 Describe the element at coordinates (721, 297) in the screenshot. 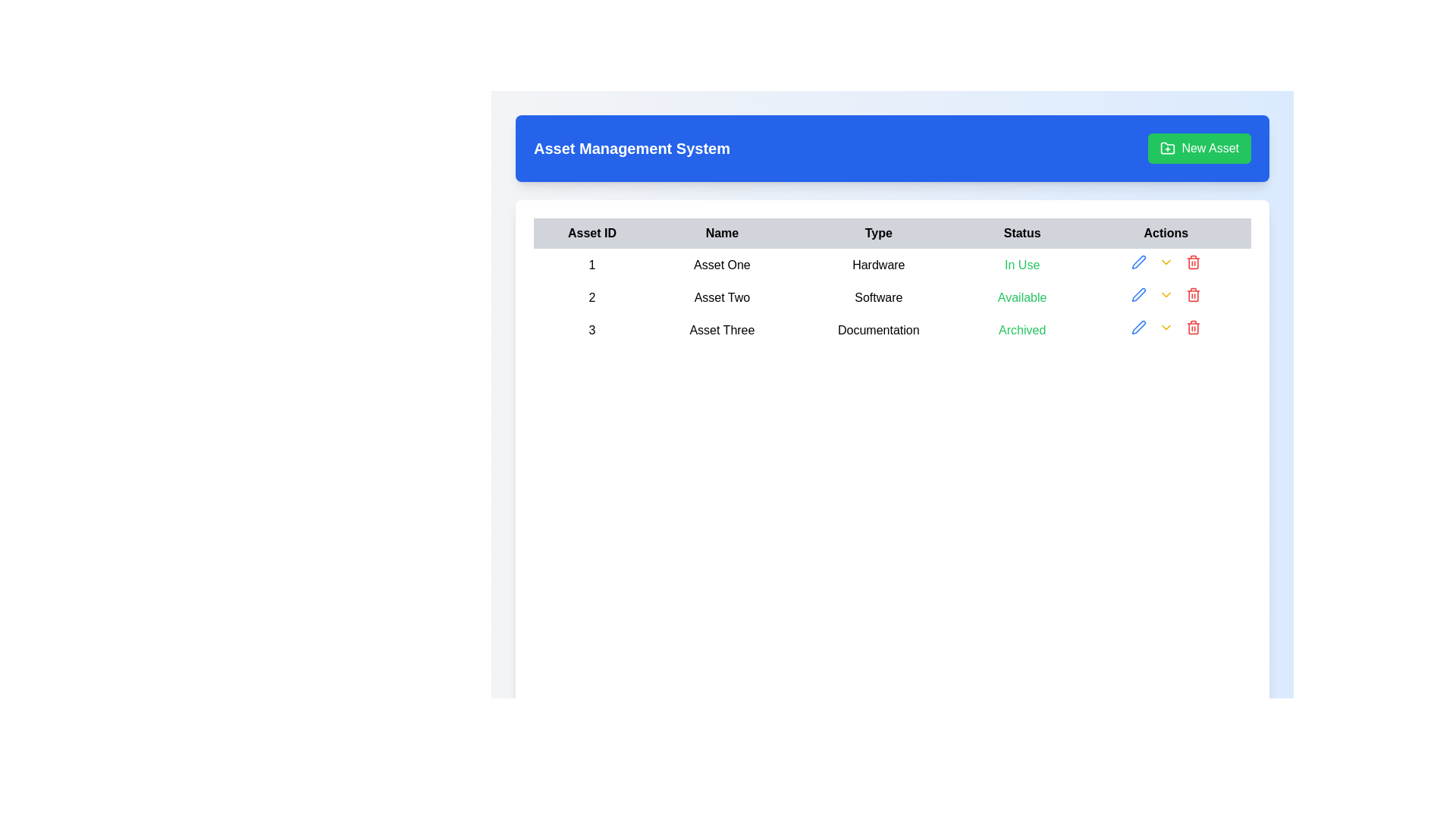

I see `the 'Asset Two' text element located in the second row under the 'Name' column of the table` at that location.